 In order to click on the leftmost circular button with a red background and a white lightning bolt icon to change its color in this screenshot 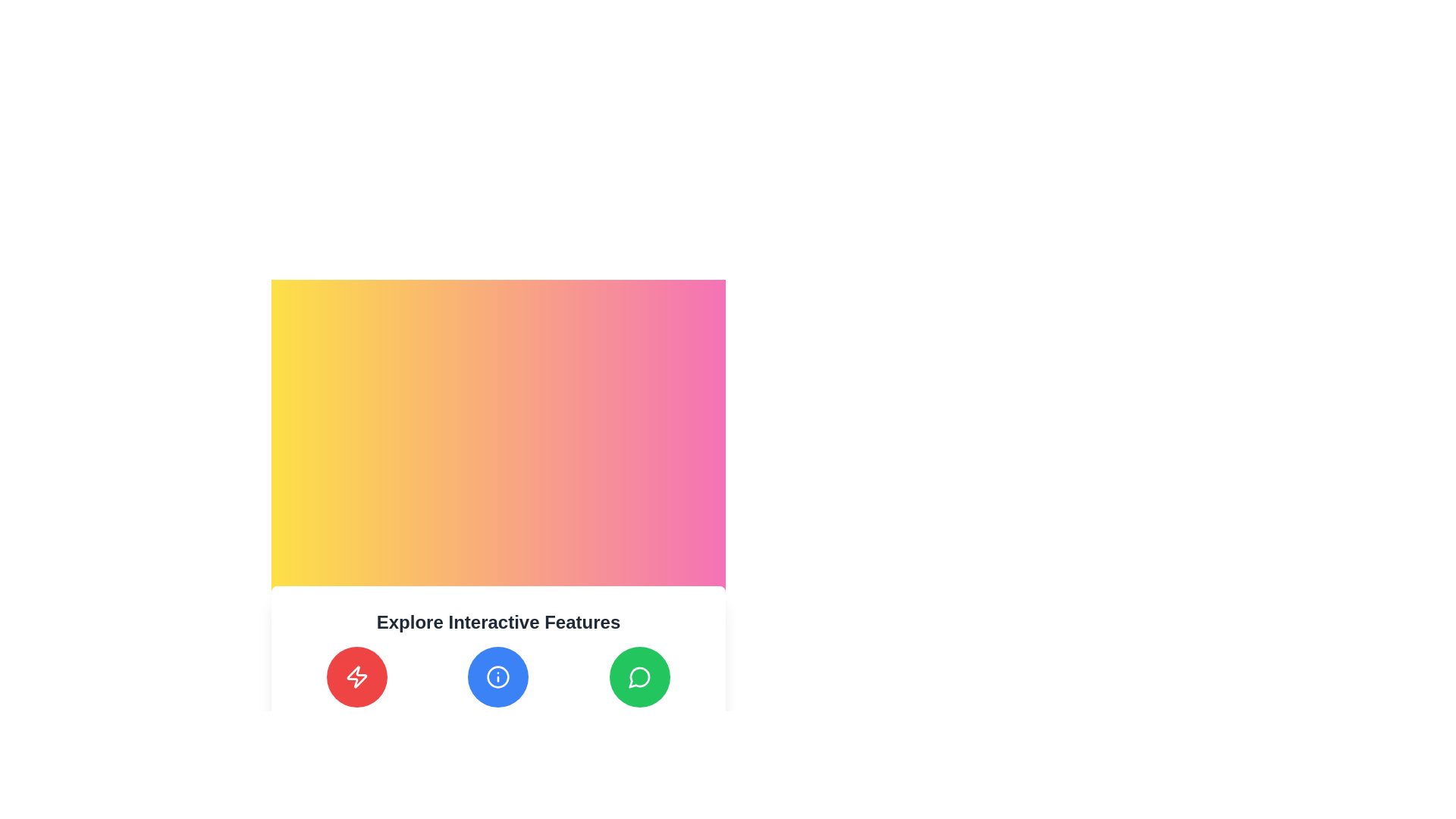, I will do `click(356, 676)`.